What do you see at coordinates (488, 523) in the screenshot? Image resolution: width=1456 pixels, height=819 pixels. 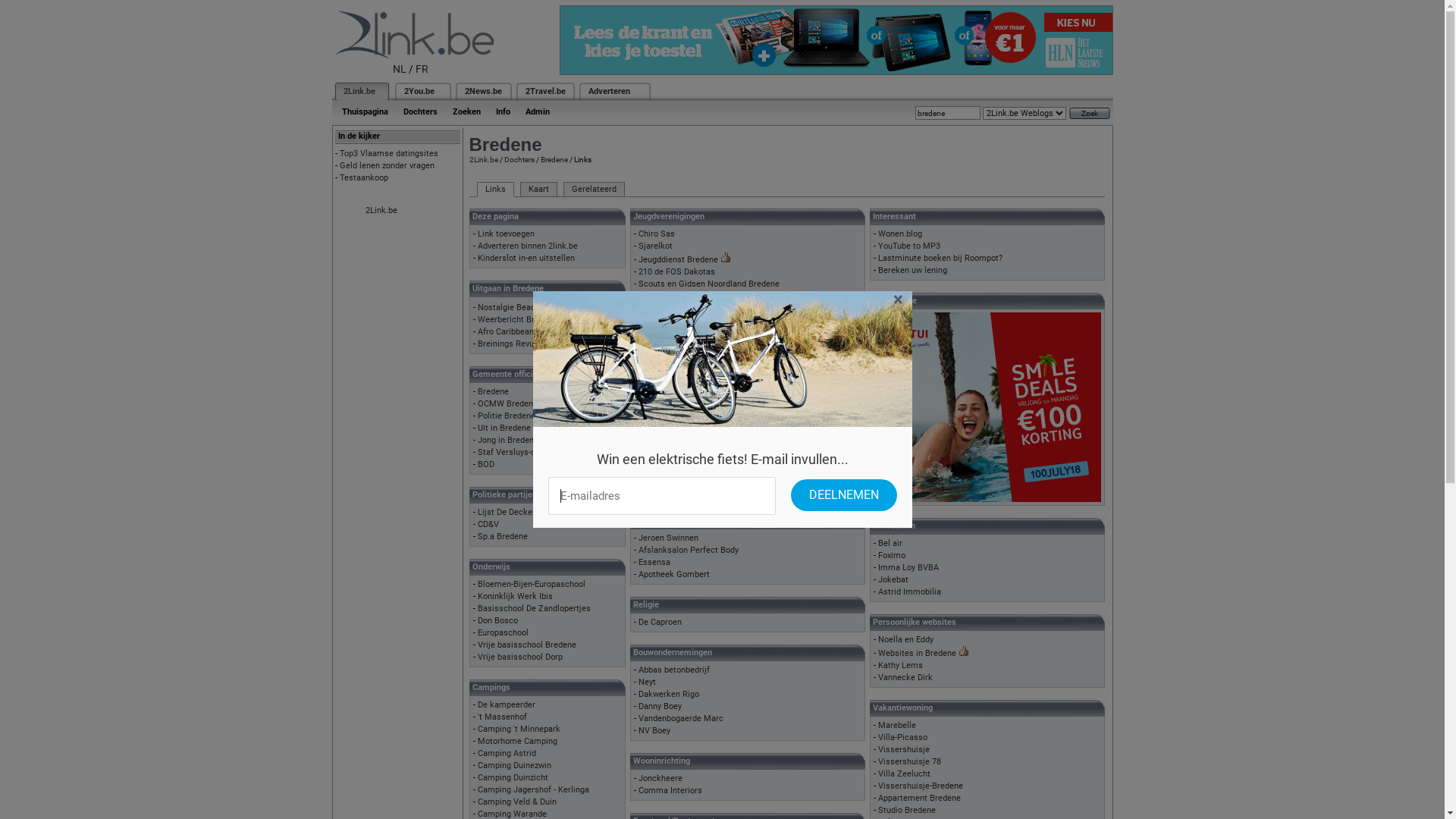 I see `'CD&V'` at bounding box center [488, 523].